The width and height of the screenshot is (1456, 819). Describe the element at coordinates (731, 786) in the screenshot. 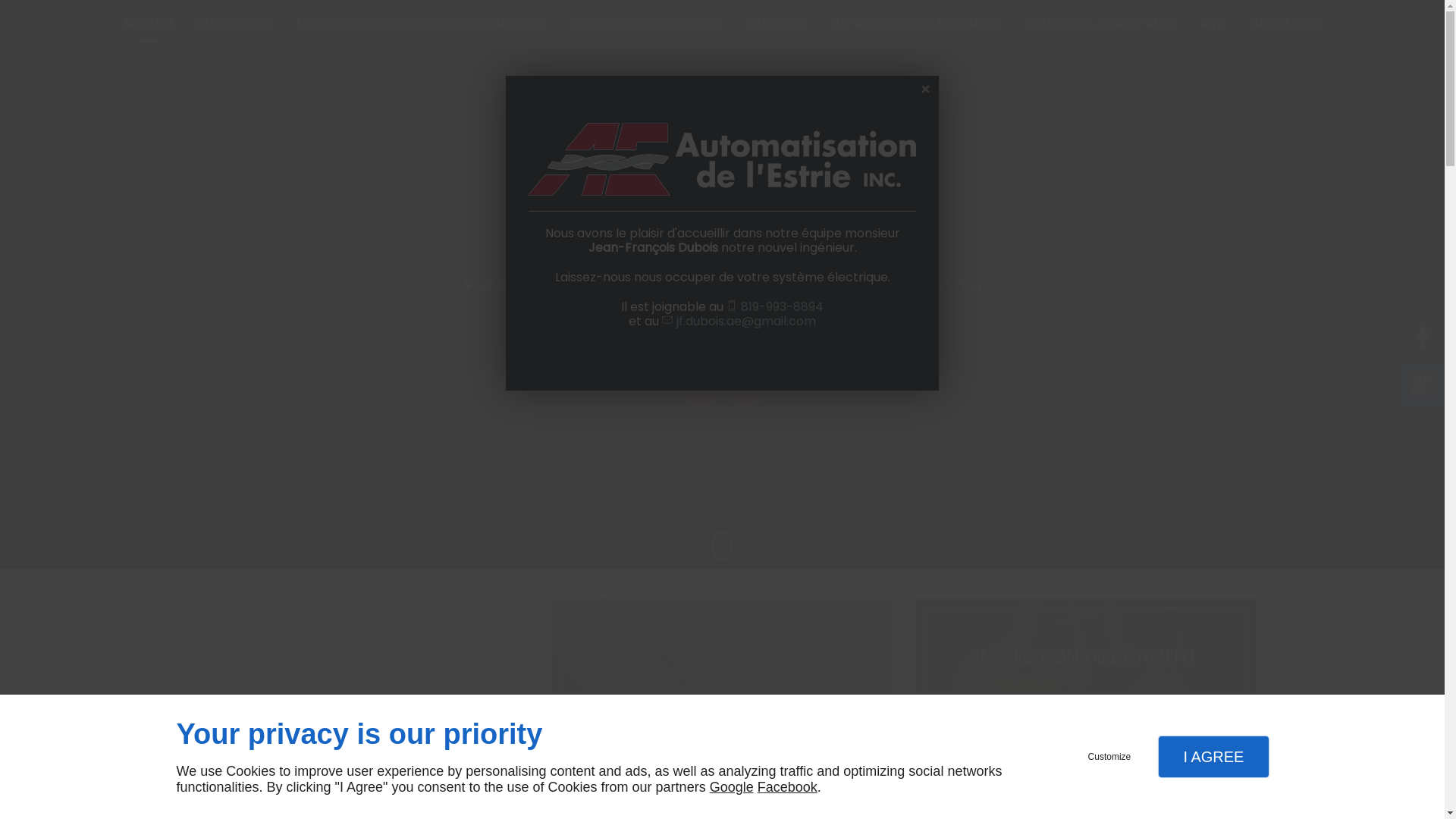

I see `'Google'` at that location.